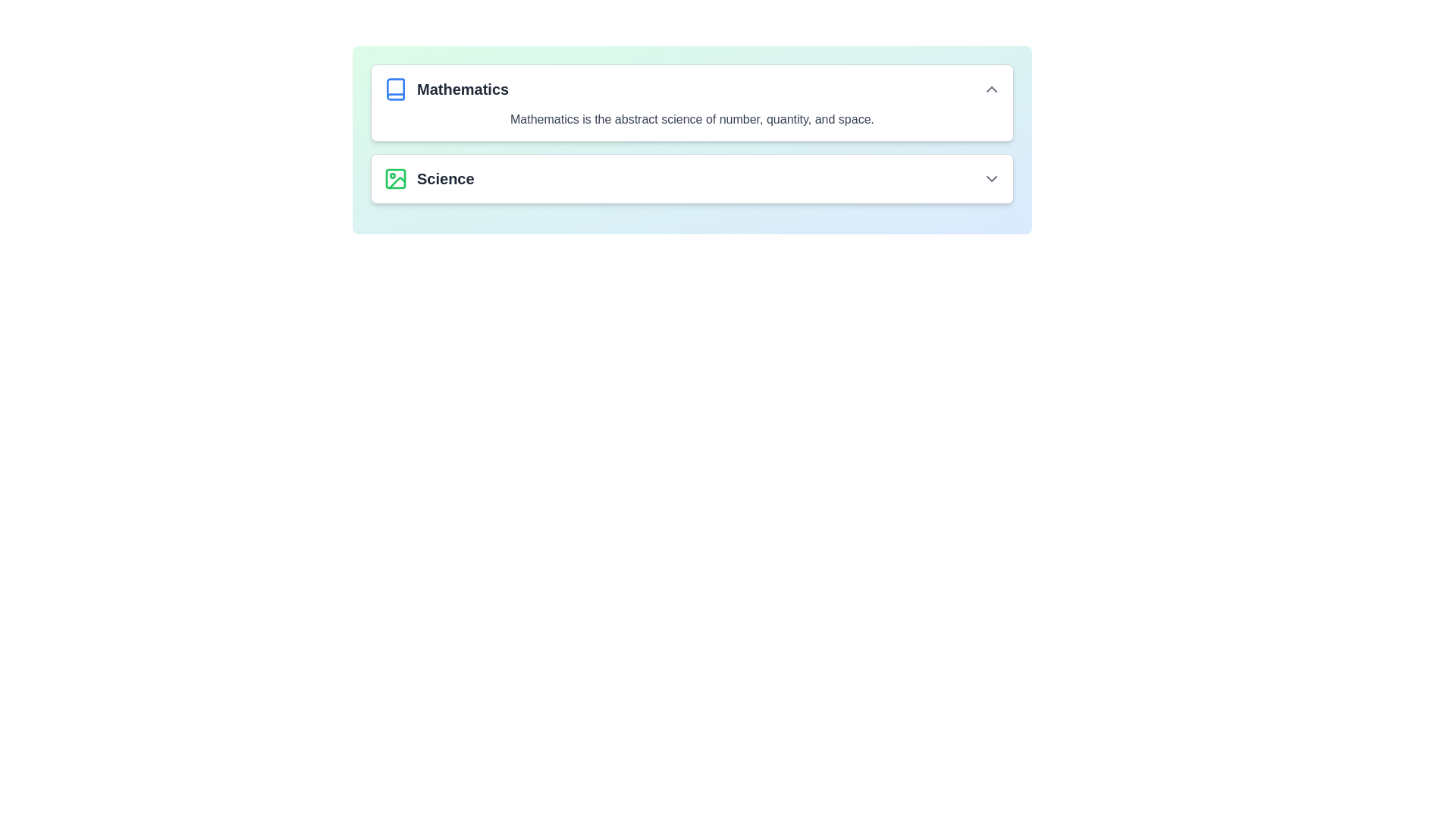  What do you see at coordinates (992, 89) in the screenshot?
I see `the upward-pointing chevron icon located at the far-right end of the 'Mathematics' header section` at bounding box center [992, 89].